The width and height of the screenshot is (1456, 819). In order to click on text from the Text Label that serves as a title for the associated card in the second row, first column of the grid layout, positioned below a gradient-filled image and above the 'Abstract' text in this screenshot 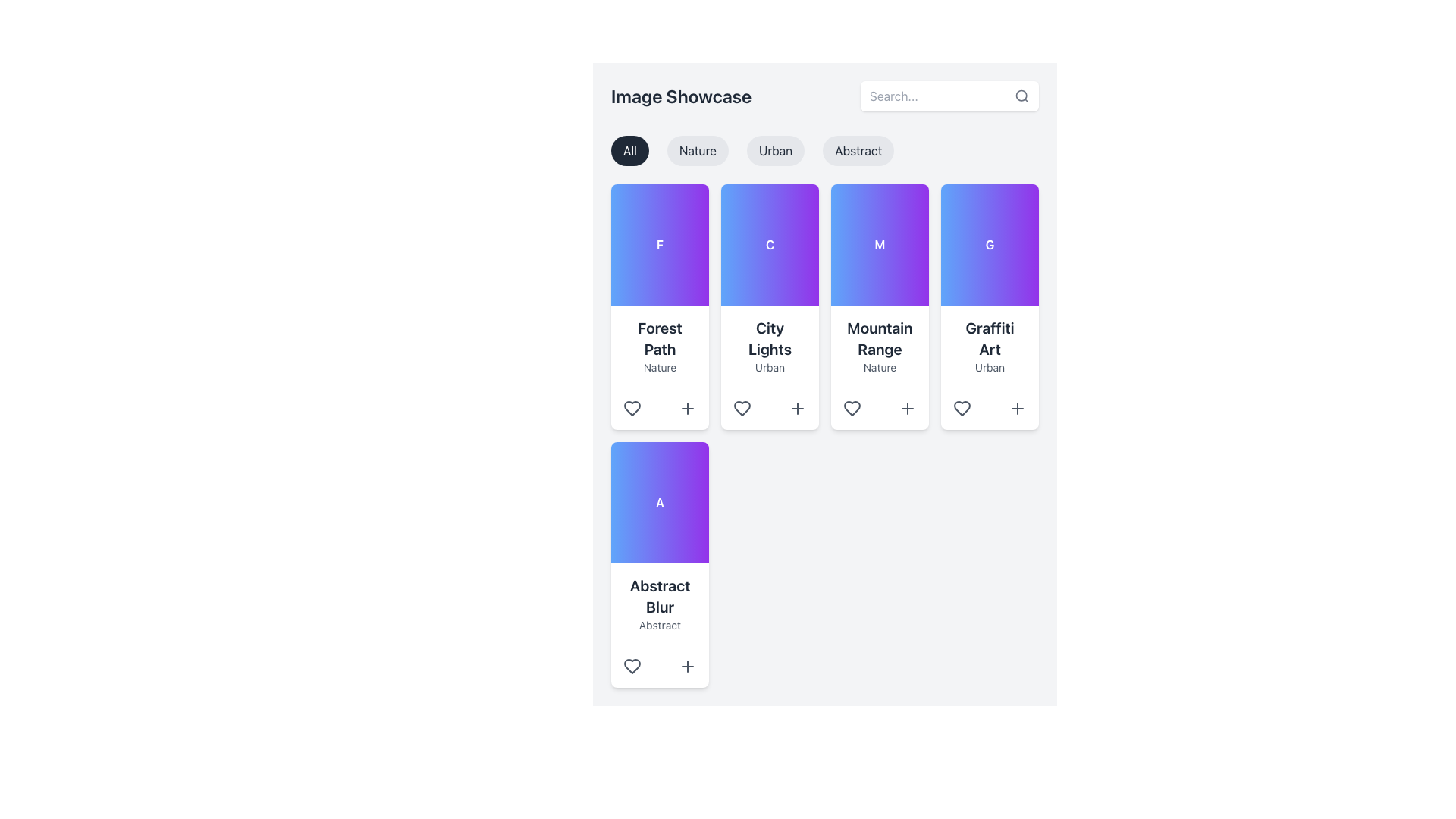, I will do `click(660, 595)`.